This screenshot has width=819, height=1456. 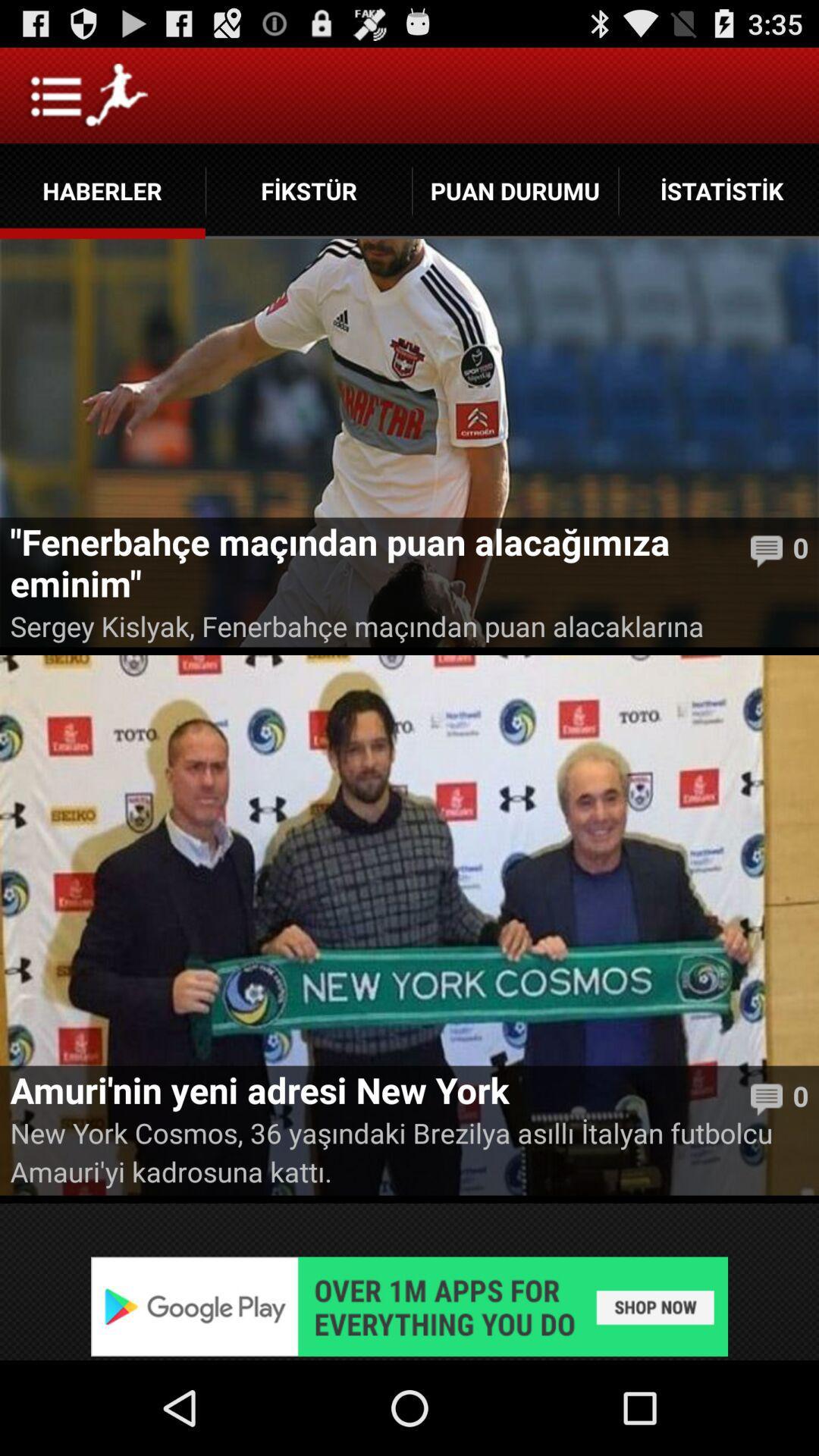 I want to click on advertisement, so click(x=409, y=1306).